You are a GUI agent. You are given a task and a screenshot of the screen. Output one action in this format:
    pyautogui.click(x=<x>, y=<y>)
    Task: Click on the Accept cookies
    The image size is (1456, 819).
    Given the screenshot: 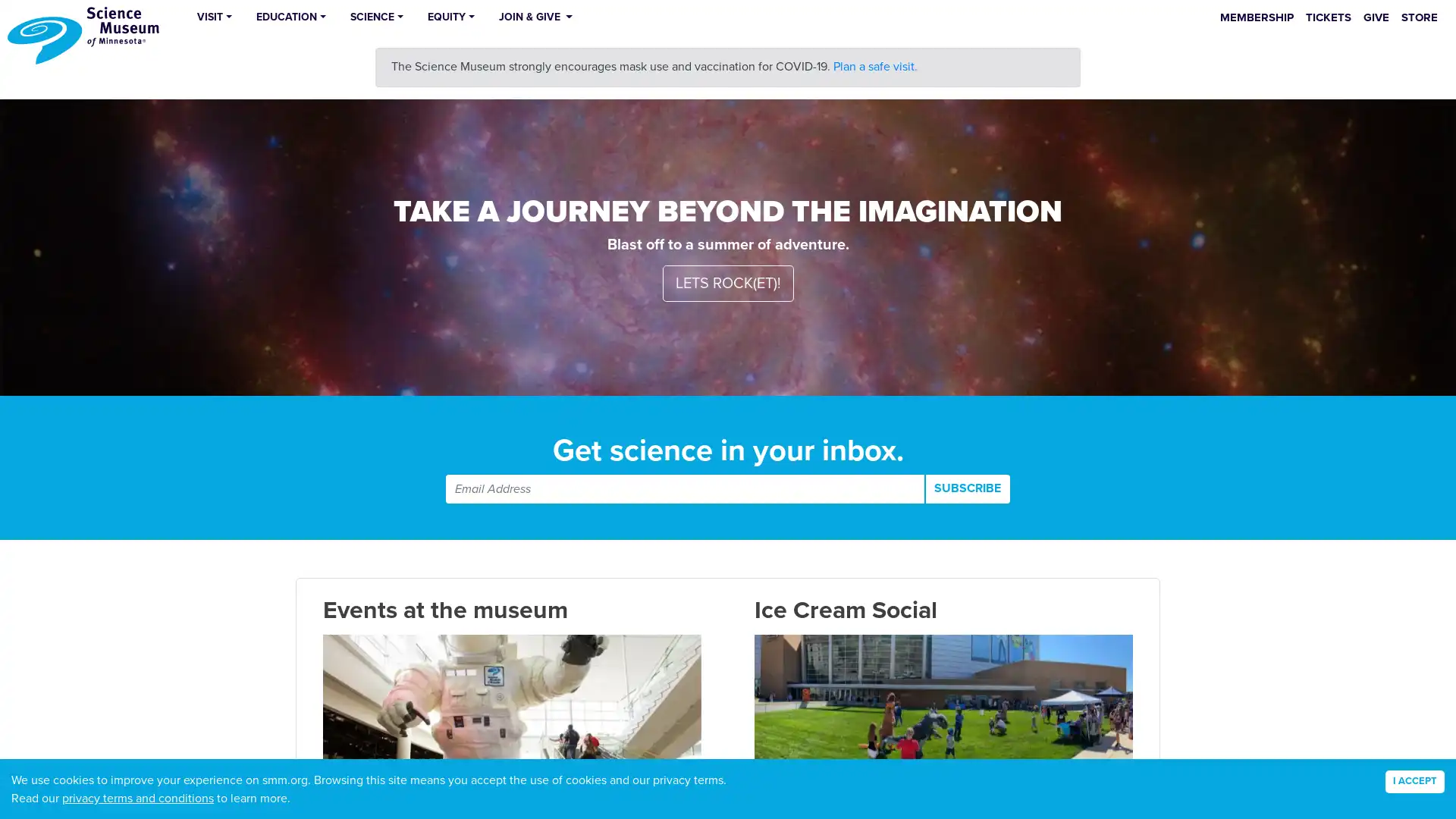 What is the action you would take?
    pyautogui.click(x=1414, y=781)
    